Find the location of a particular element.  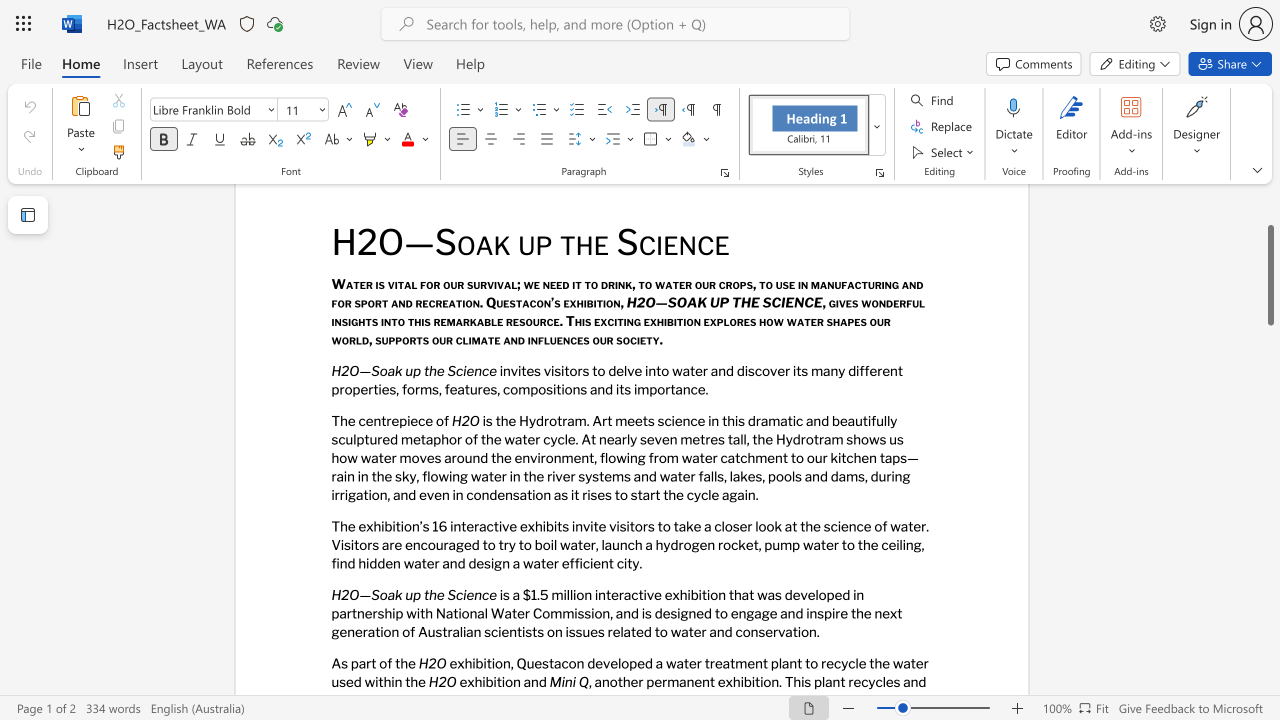

the scrollbar and move down 290 pixels is located at coordinates (1269, 275).